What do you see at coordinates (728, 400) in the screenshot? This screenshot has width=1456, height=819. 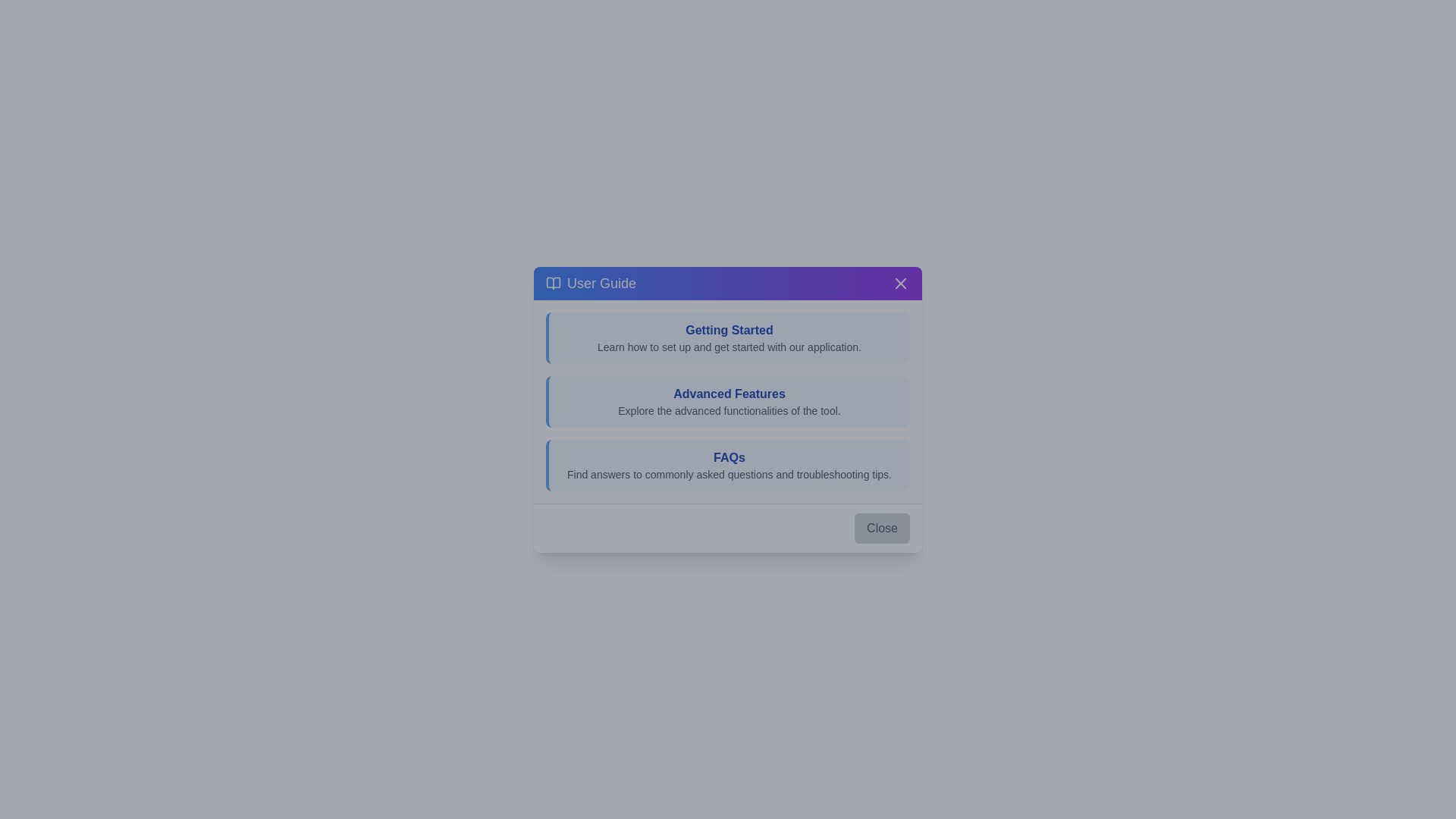 I see `the 'Advanced Features' informational section with a light blue background and dark blue heading in the 'User Guide' dialog box` at bounding box center [728, 400].